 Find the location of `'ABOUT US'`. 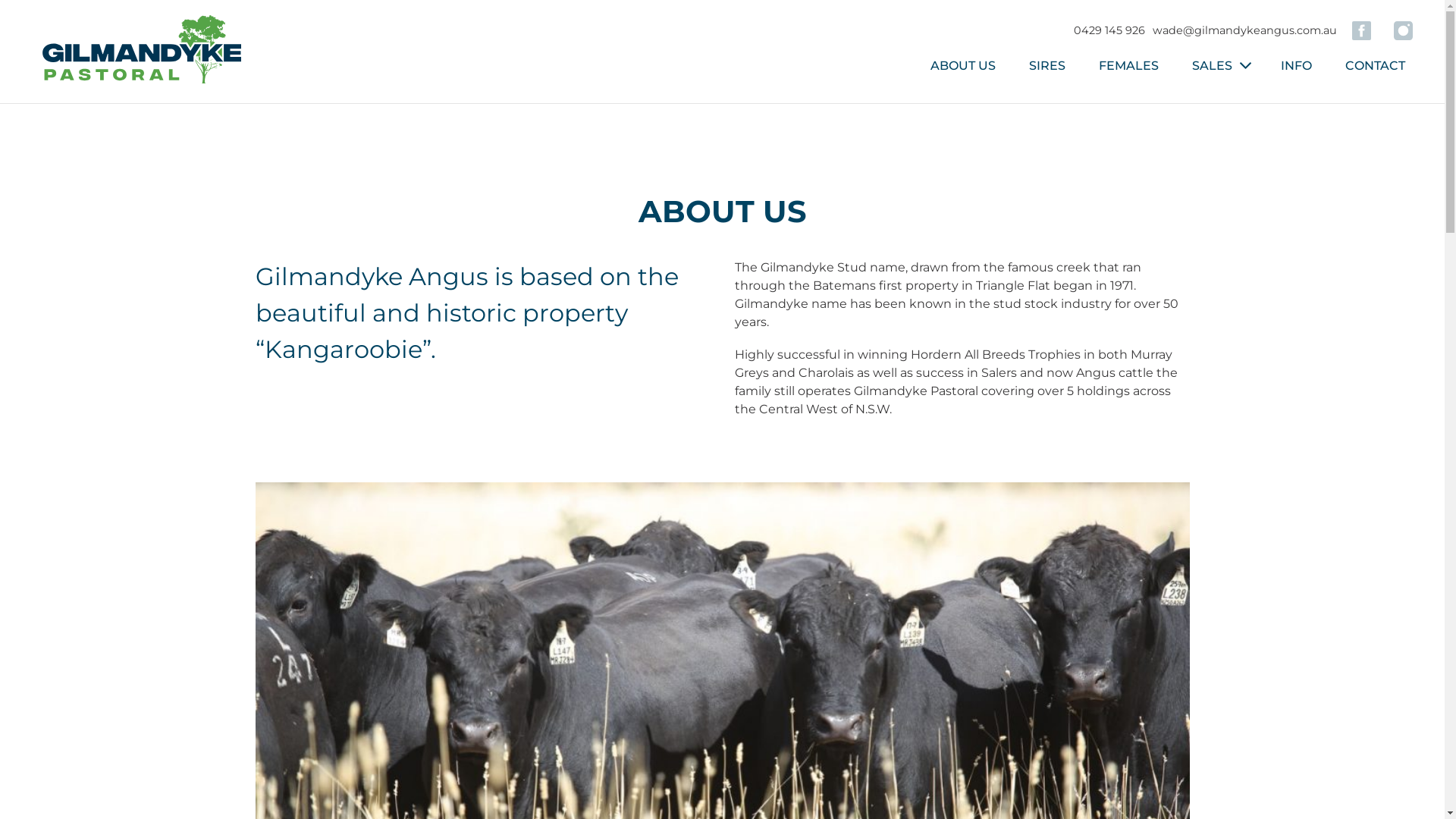

'ABOUT US' is located at coordinates (962, 64).